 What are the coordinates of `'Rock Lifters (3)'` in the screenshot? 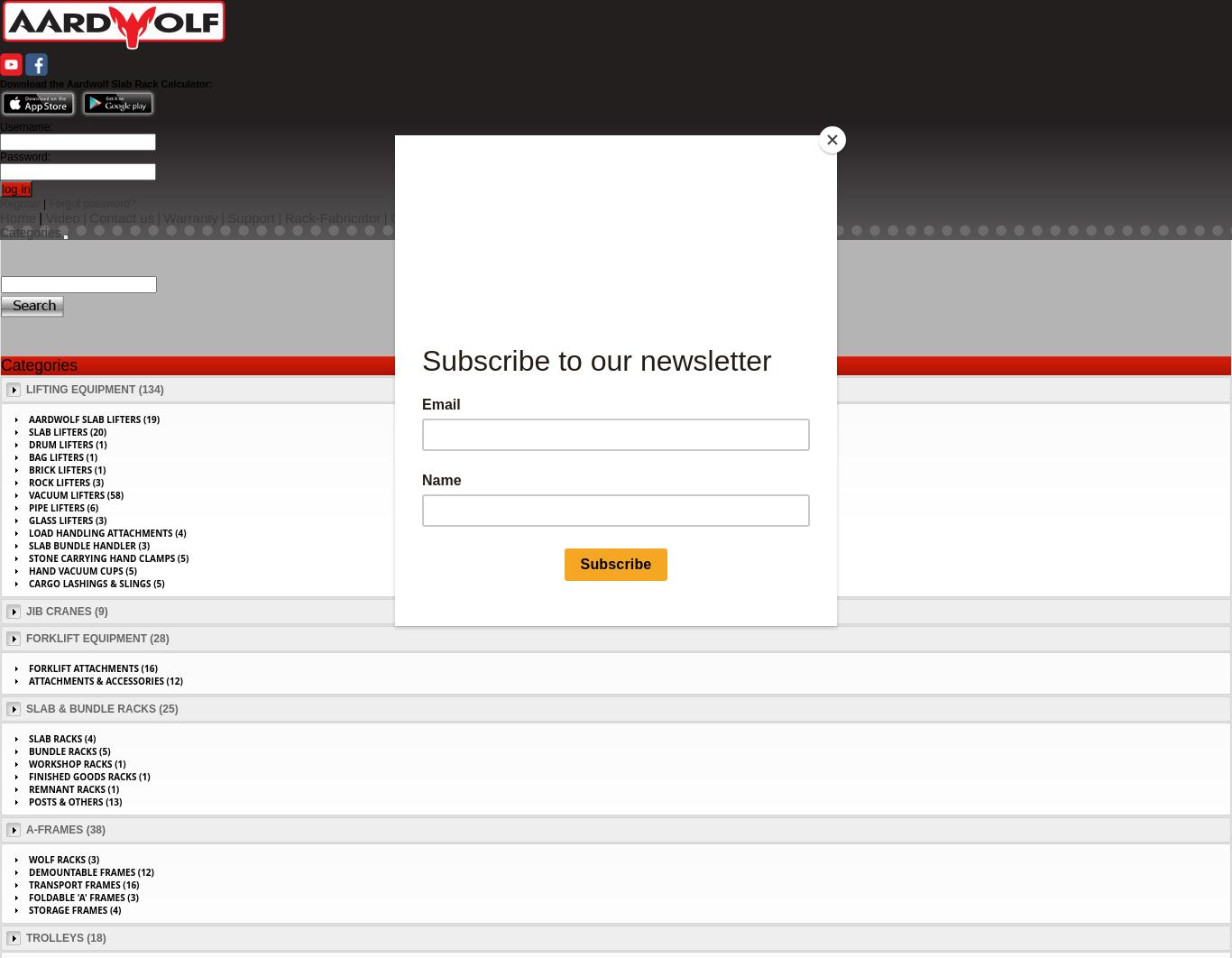 It's located at (66, 483).